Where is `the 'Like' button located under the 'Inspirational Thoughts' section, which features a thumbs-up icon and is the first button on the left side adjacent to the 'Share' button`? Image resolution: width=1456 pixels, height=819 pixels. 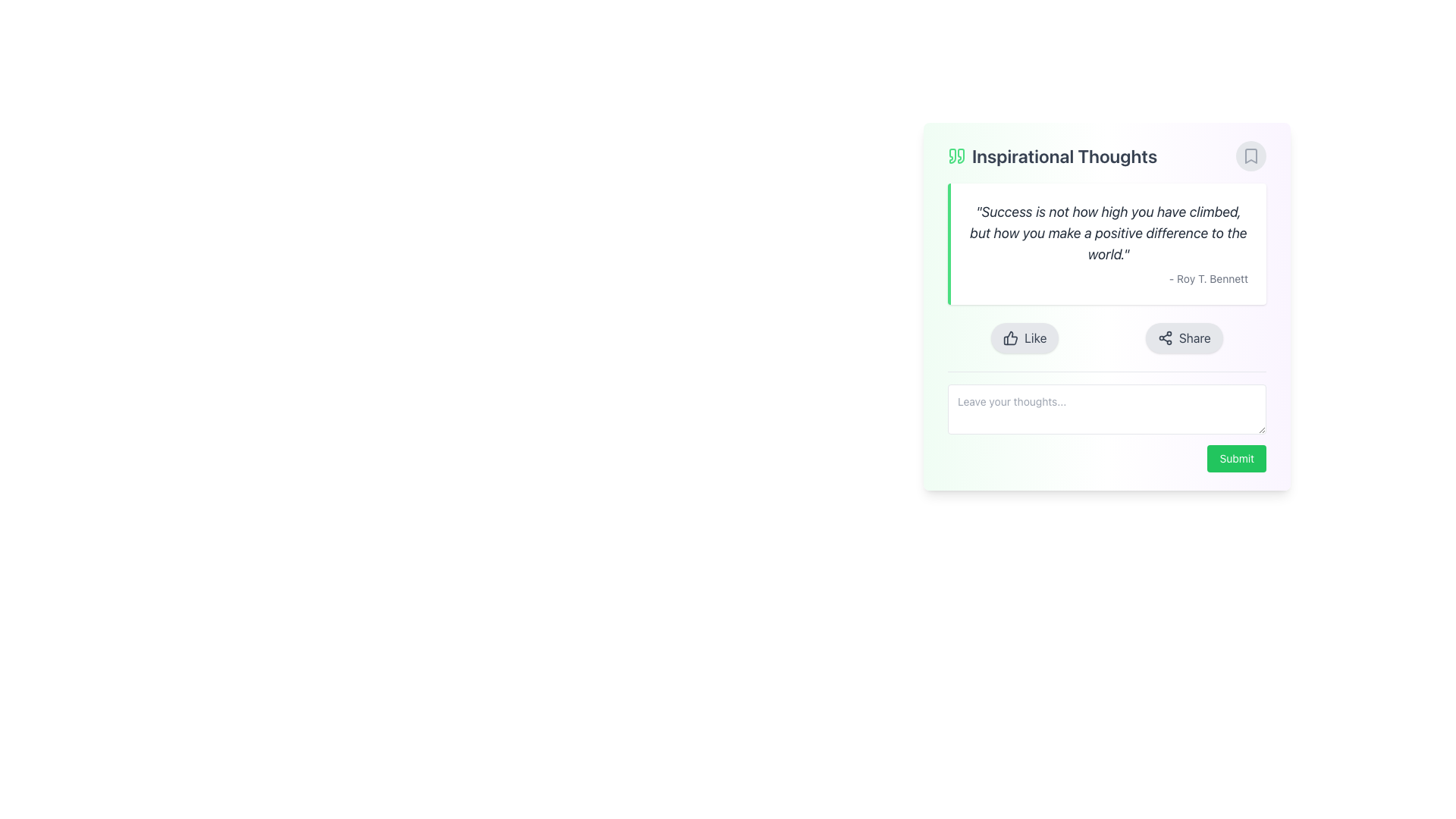
the 'Like' button located under the 'Inspirational Thoughts' section, which features a thumbs-up icon and is the first button on the left side adjacent to the 'Share' button is located at coordinates (1025, 337).